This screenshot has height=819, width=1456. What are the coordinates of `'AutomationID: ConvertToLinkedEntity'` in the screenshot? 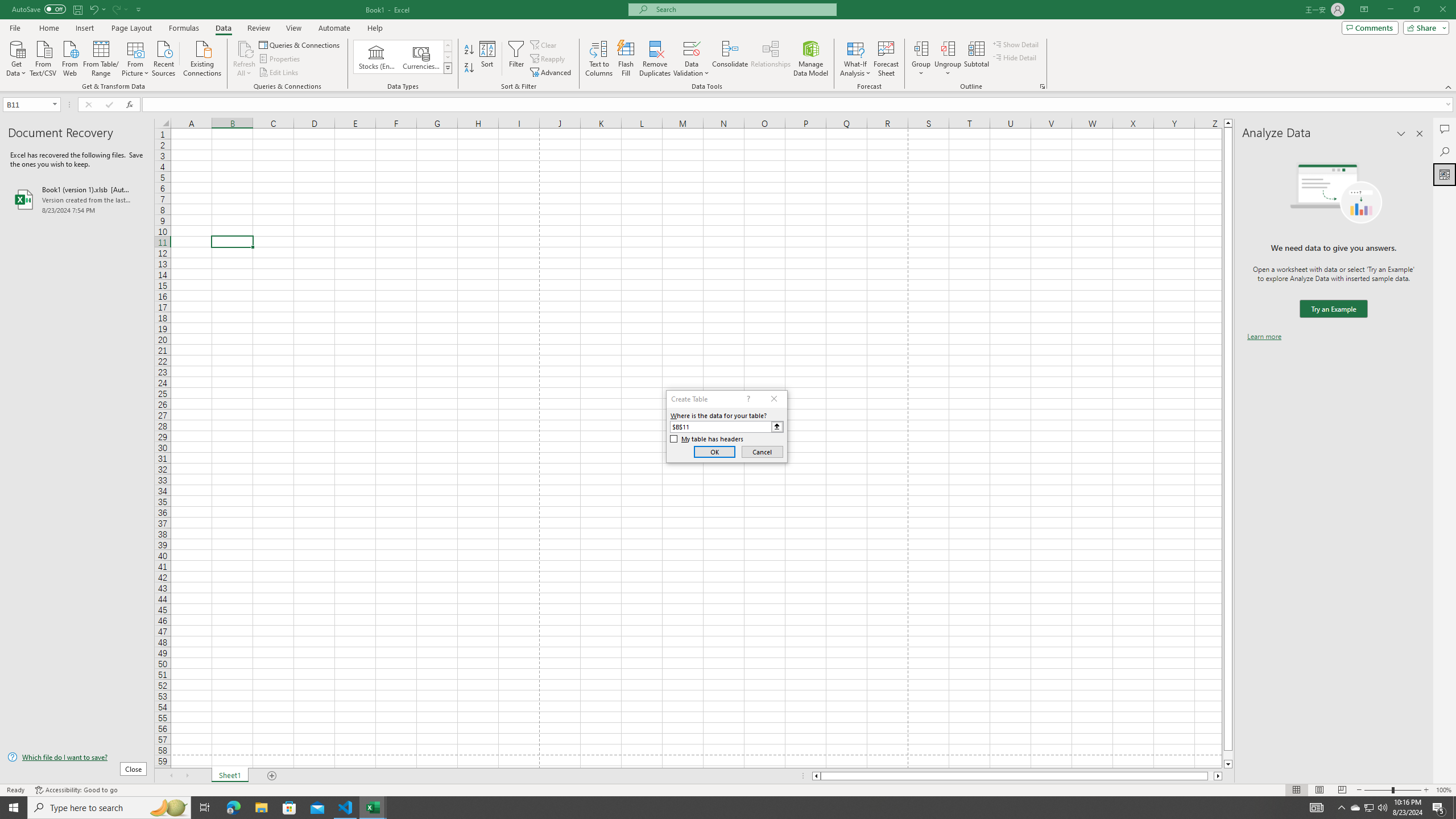 It's located at (403, 56).